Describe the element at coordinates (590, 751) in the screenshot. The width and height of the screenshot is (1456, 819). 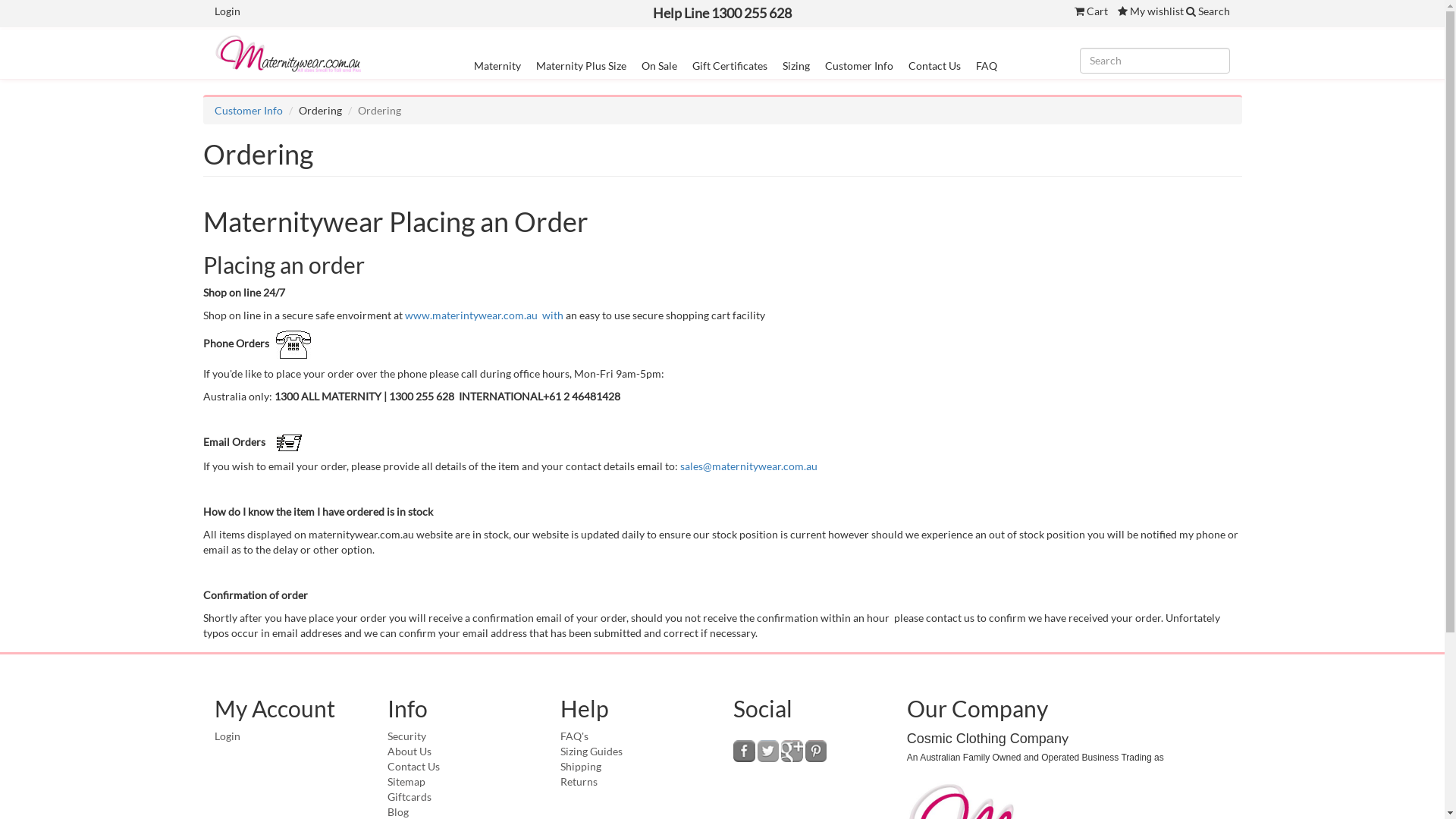
I see `'Sizing Guides'` at that location.